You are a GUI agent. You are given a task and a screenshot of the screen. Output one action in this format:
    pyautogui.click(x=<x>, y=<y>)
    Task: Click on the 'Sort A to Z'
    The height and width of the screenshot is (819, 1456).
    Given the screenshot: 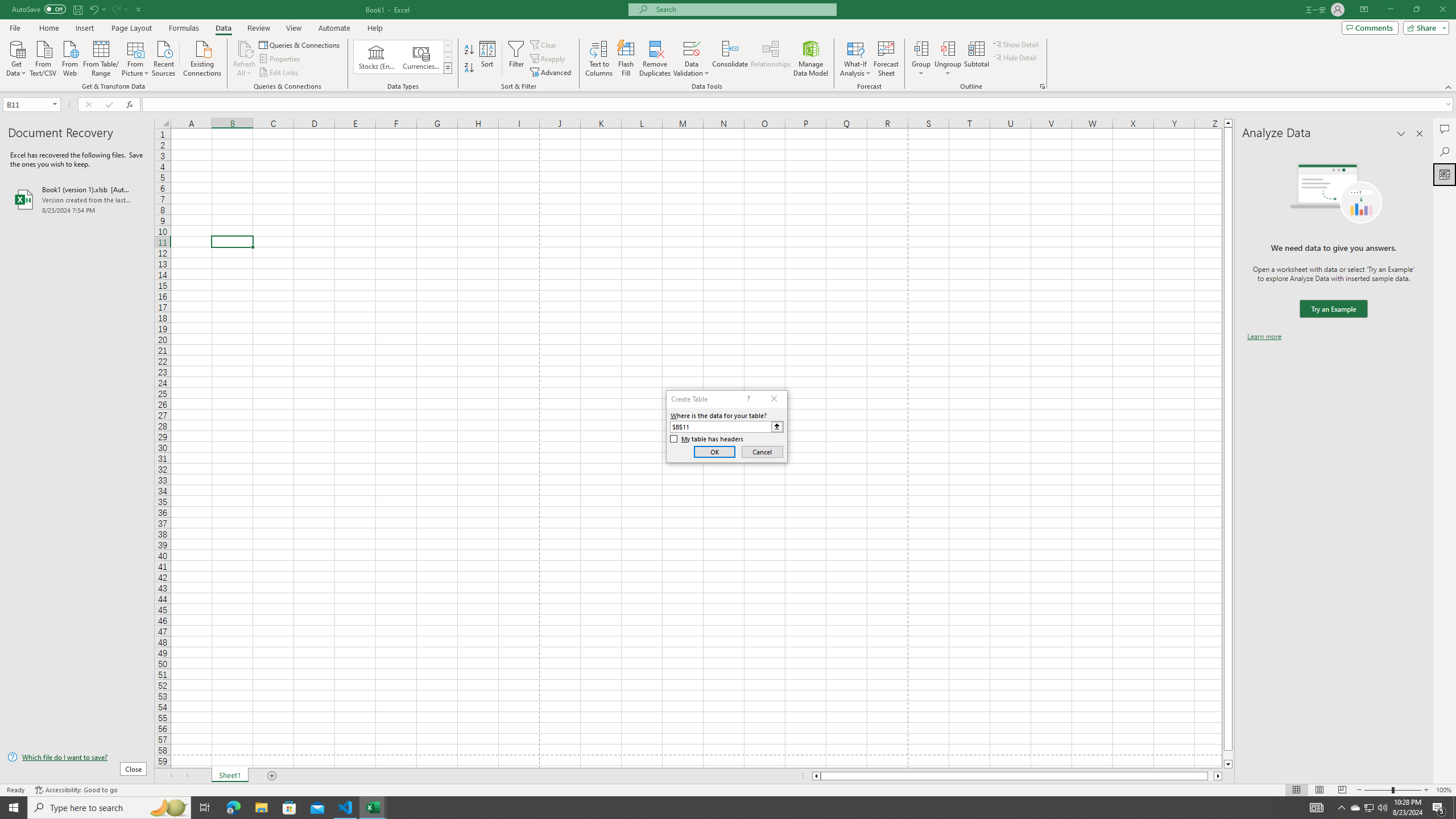 What is the action you would take?
    pyautogui.click(x=469, y=49)
    